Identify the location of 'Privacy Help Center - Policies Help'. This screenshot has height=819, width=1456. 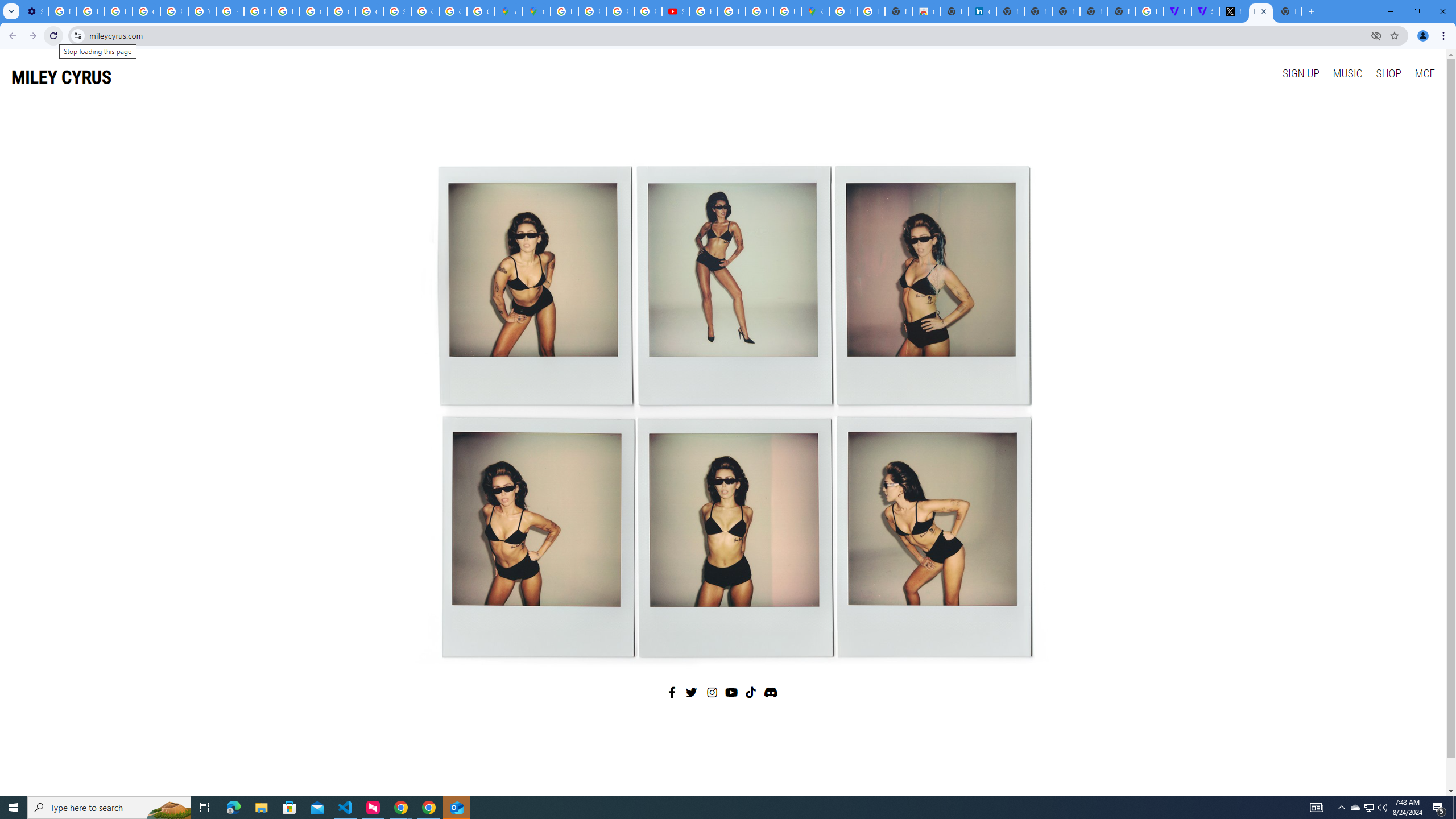
(174, 11).